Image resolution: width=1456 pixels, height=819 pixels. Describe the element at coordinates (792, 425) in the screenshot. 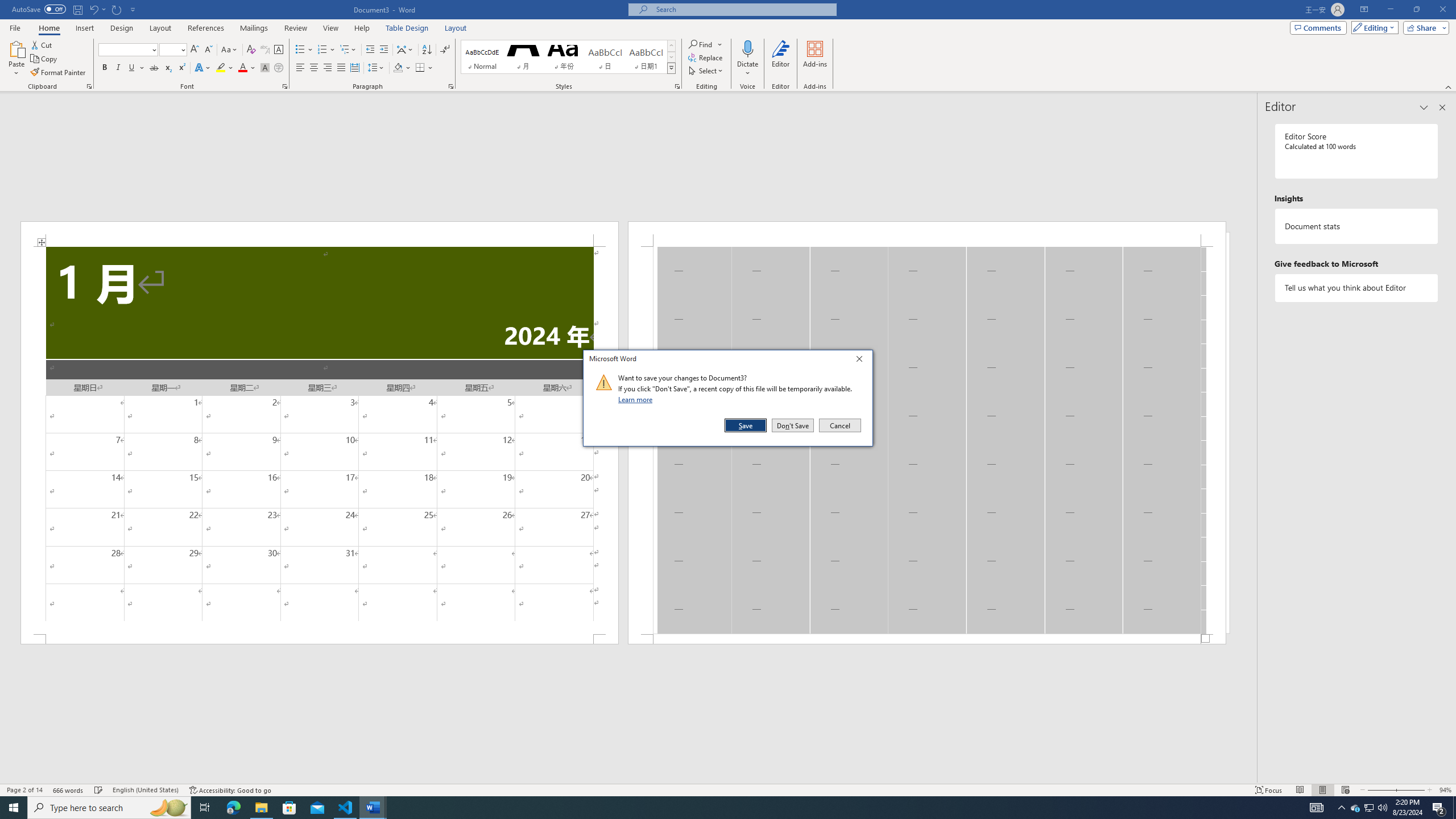

I see `'Don'` at that location.